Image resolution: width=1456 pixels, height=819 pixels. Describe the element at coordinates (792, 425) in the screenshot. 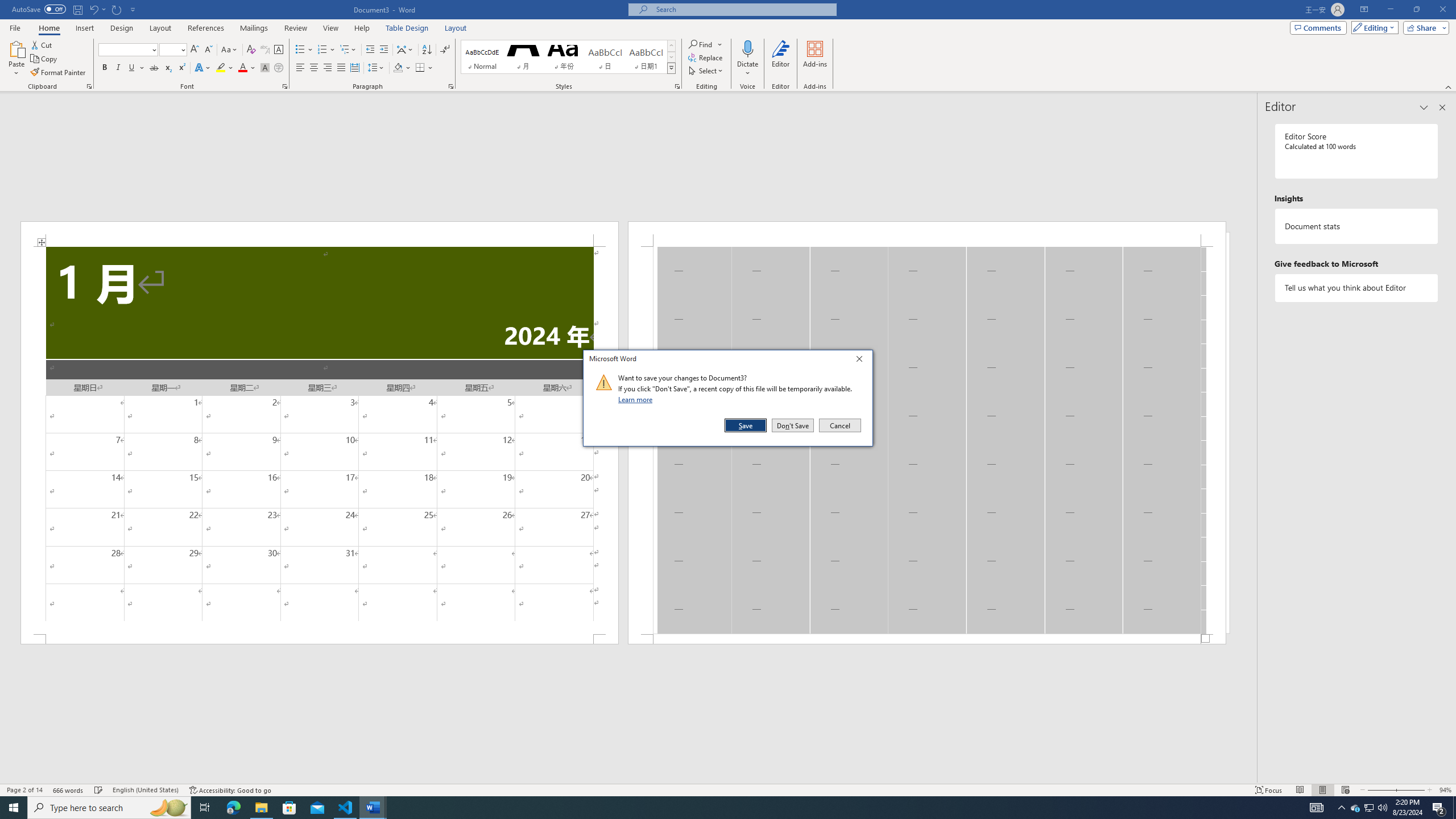

I see `'Don'` at that location.